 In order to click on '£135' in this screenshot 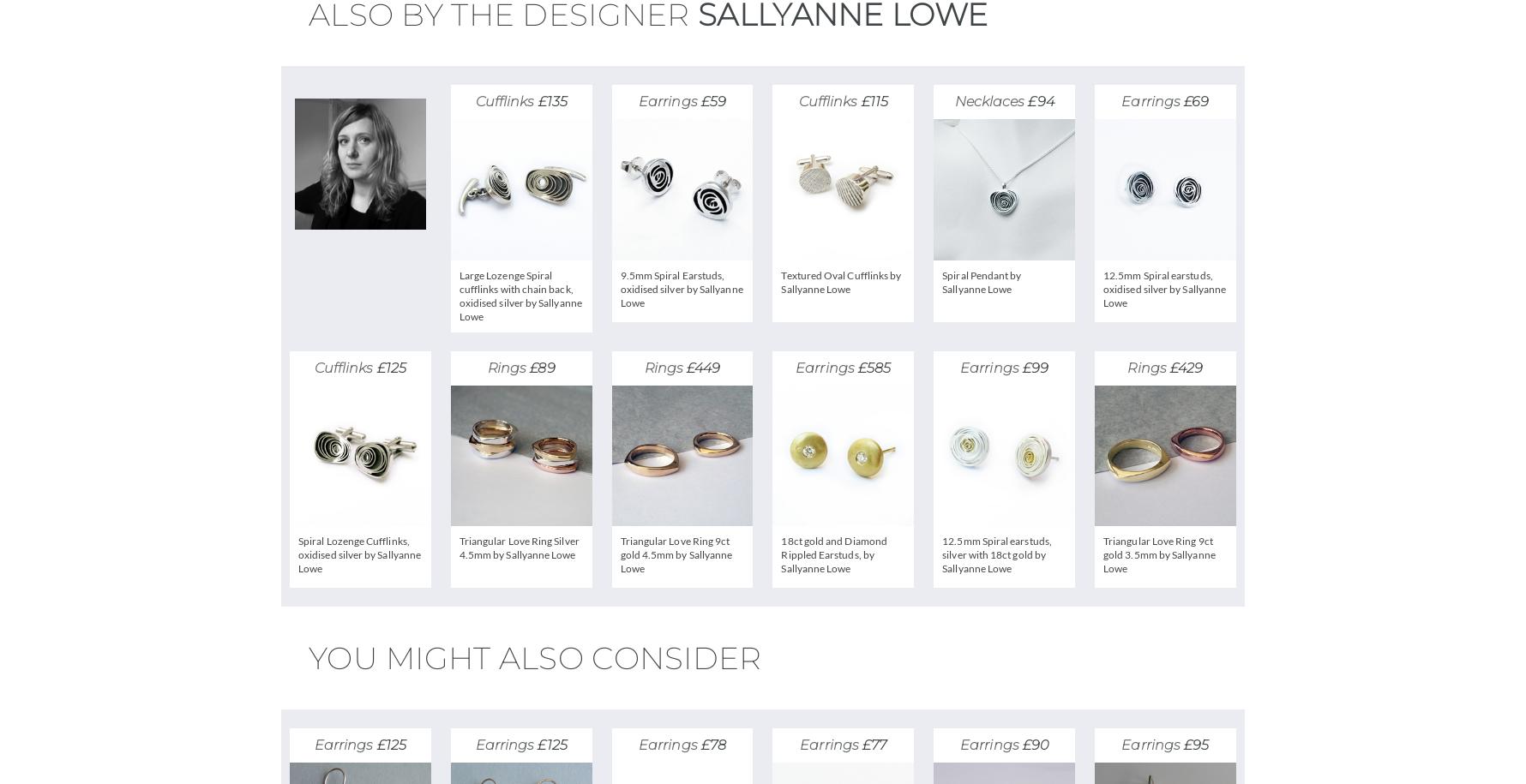, I will do `click(537, 100)`.